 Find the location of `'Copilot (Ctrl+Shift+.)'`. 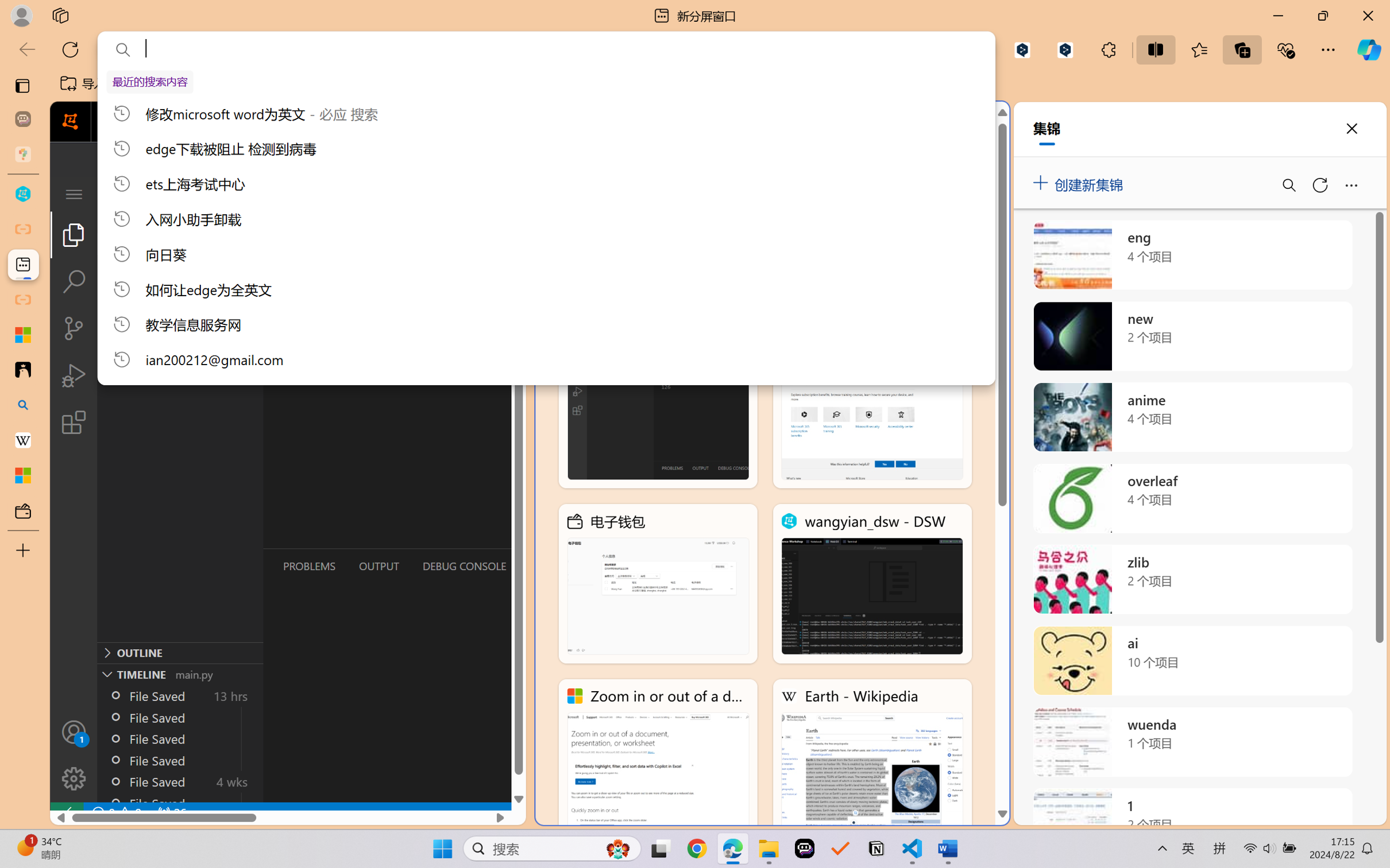

'Copilot (Ctrl+Shift+.)' is located at coordinates (1369, 49).